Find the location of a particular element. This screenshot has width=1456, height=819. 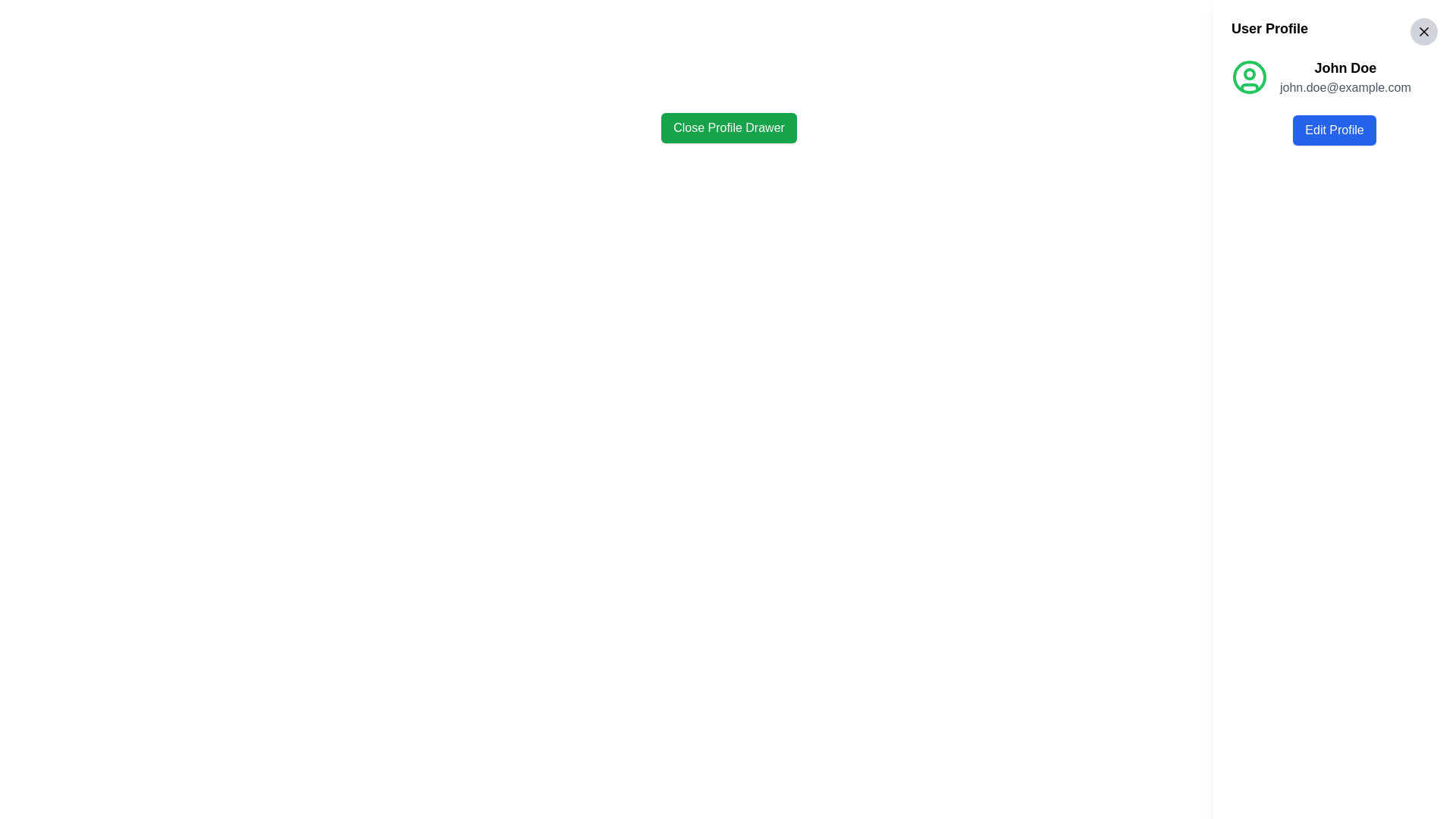

the text element displaying 'john.doe@example.com' in gray color, located below 'John Doe' in the 'User Profile' section is located at coordinates (1345, 87).